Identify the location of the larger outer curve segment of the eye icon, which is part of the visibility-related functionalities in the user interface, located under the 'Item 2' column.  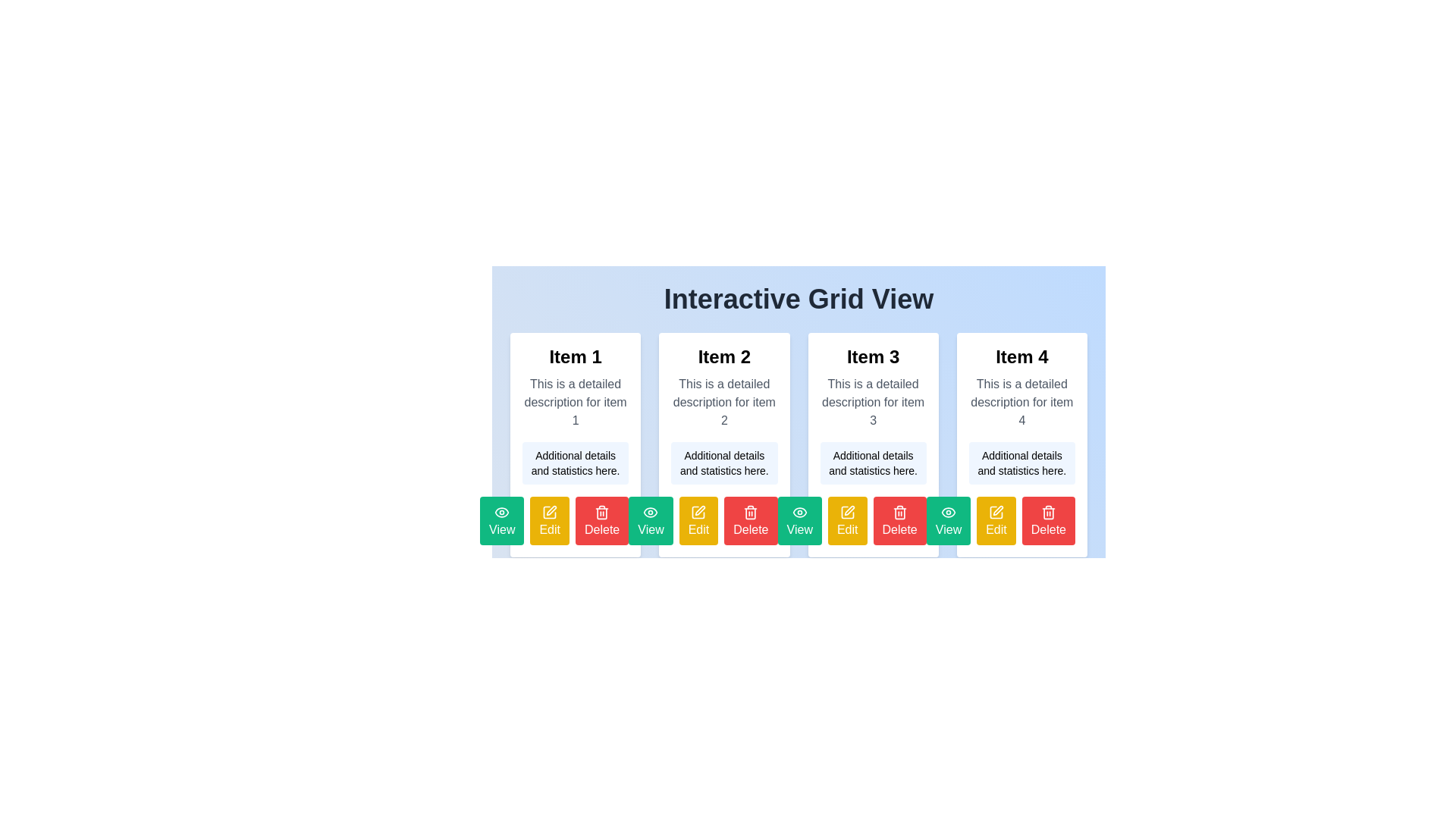
(651, 512).